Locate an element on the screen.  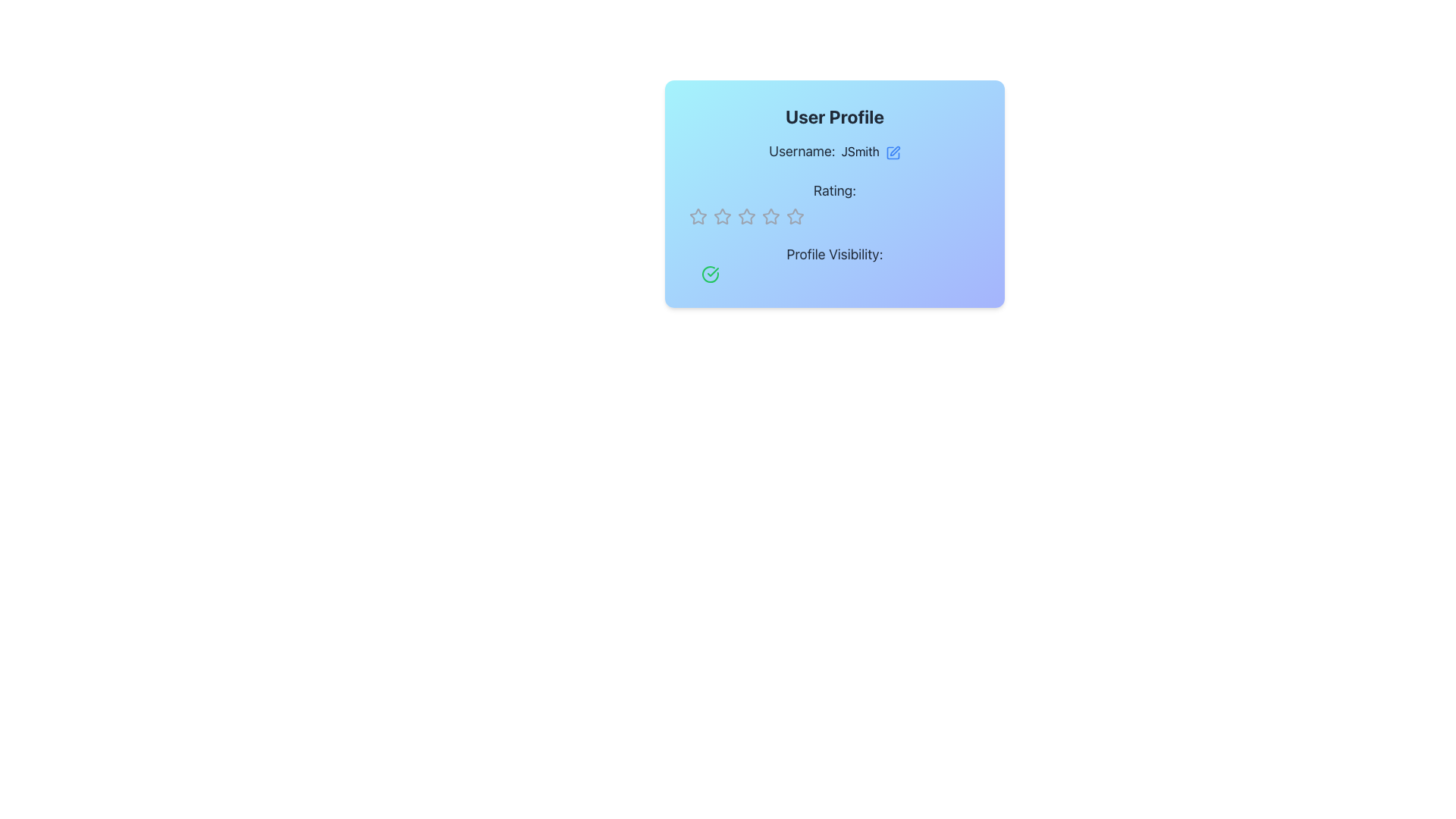
the fourth star icon in the rating interface is located at coordinates (795, 216).